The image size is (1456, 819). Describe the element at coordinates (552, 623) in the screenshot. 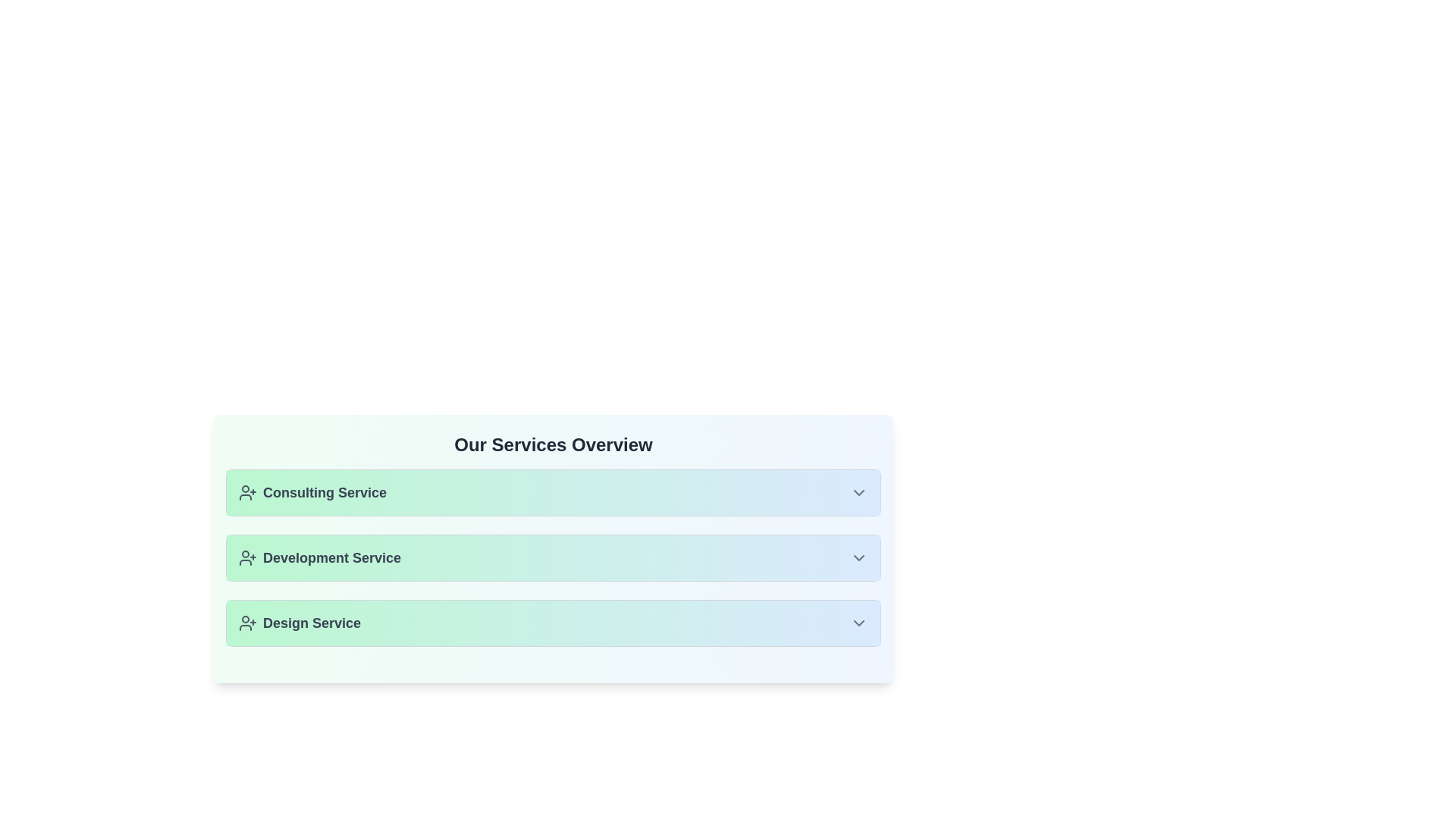

I see `the 'Design Service' expandable menu item to select it for viewing additional options` at that location.